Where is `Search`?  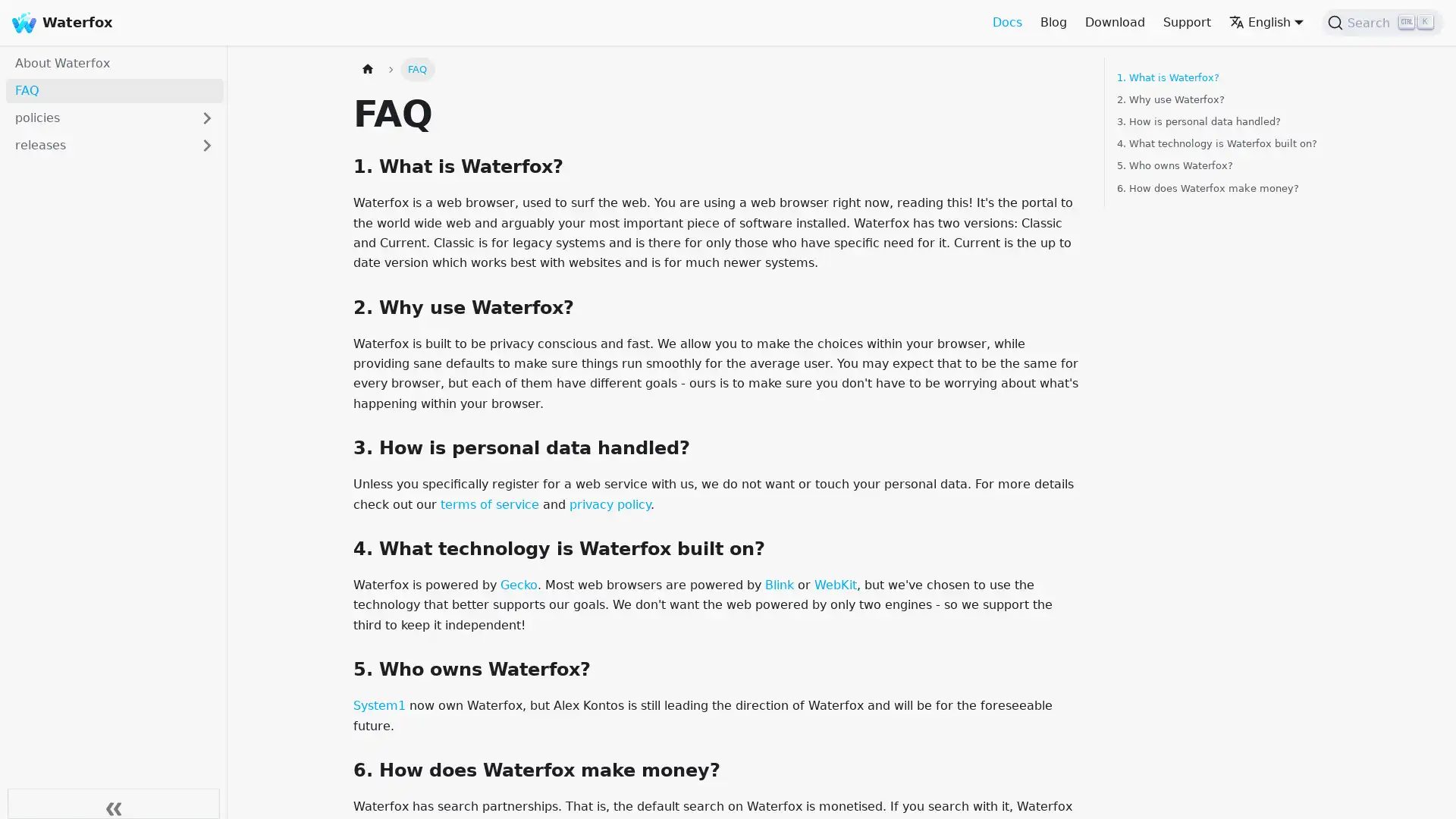 Search is located at coordinates (1382, 23).